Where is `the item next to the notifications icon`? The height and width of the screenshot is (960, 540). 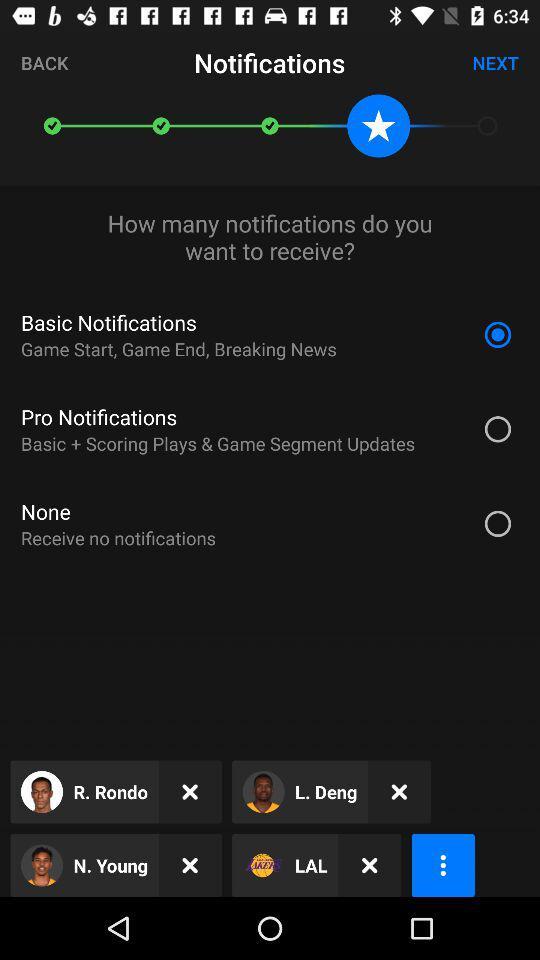
the item next to the notifications icon is located at coordinates (44, 62).